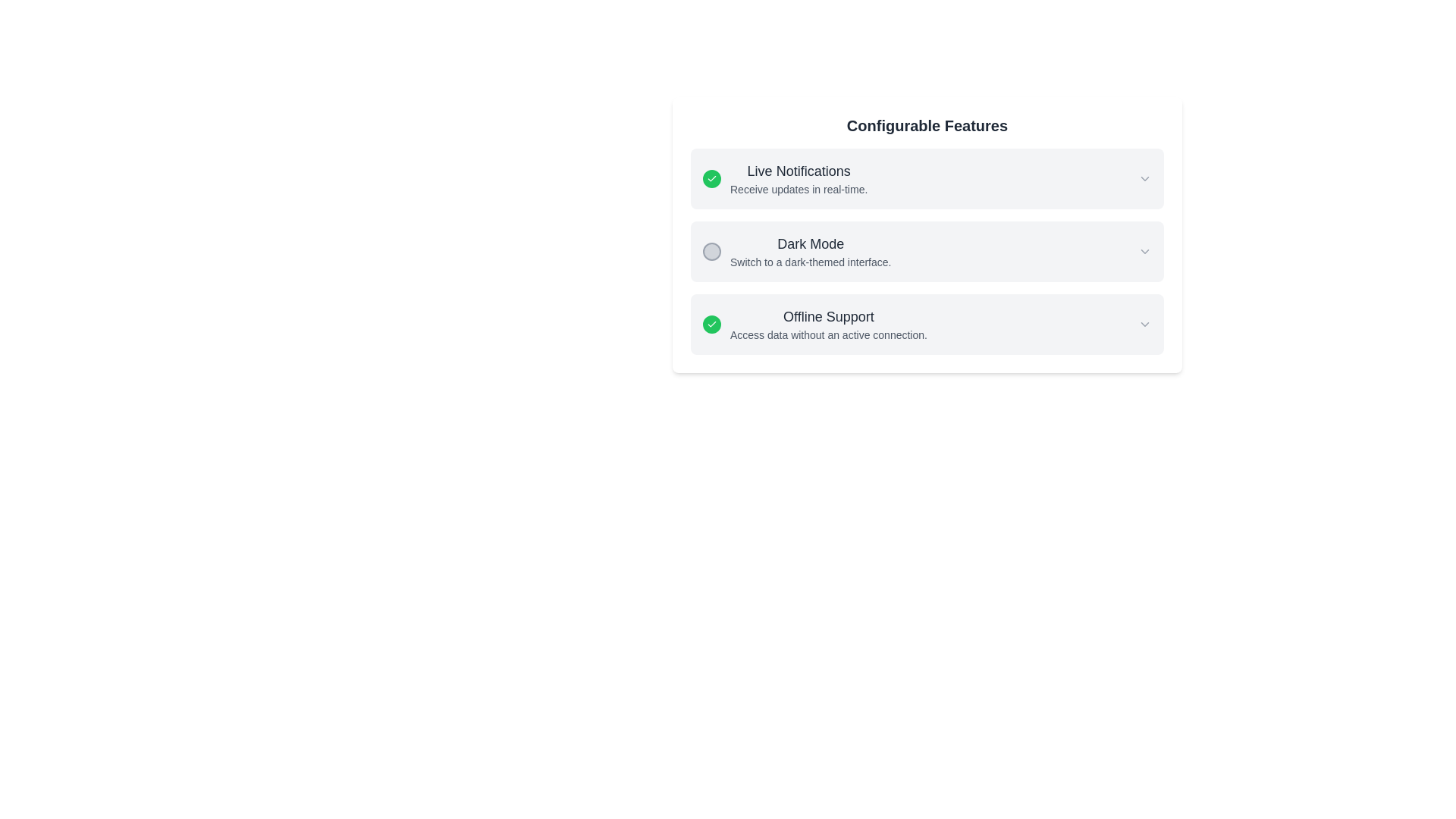 This screenshot has height=819, width=1456. What do you see at coordinates (927, 250) in the screenshot?
I see `the second item in the 'Configurable Features' section` at bounding box center [927, 250].